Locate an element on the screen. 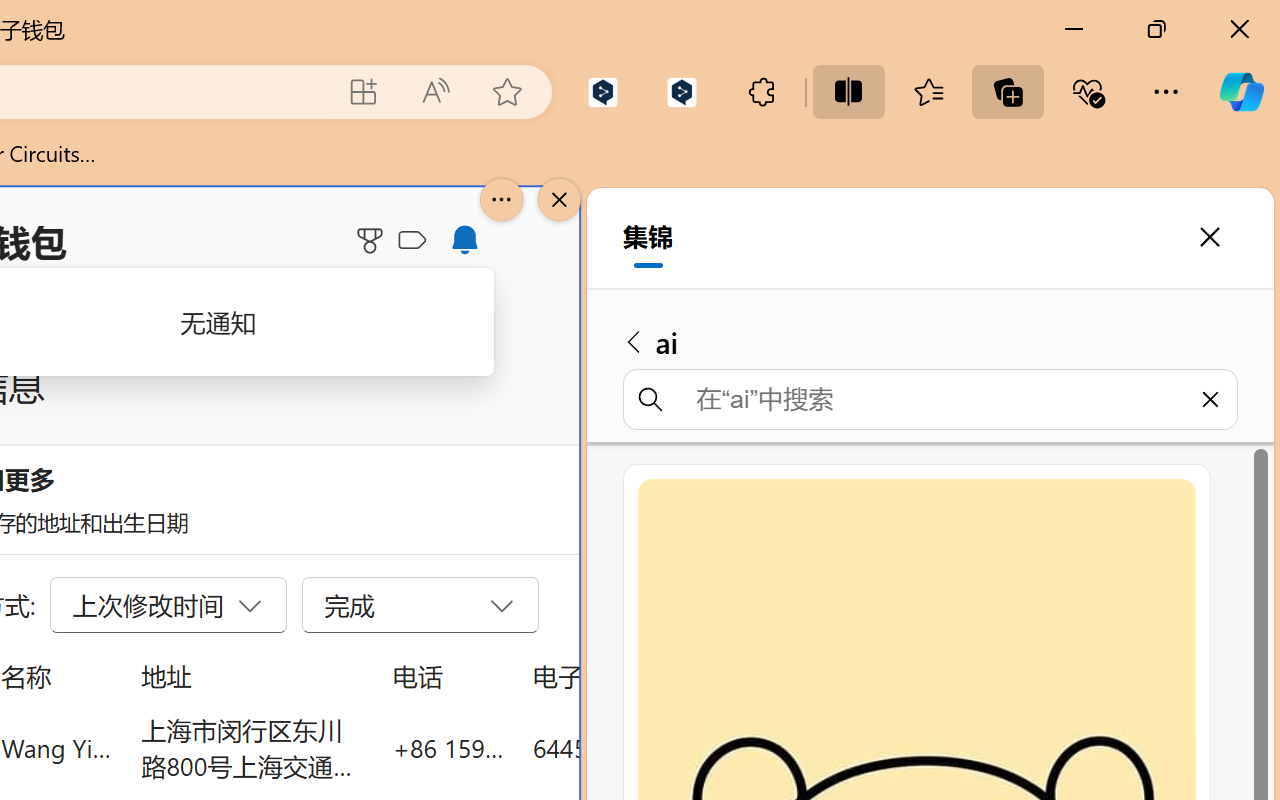  'Class: ___1lmltc5 f1agt3bx f12qytpq' is located at coordinates (411, 240).